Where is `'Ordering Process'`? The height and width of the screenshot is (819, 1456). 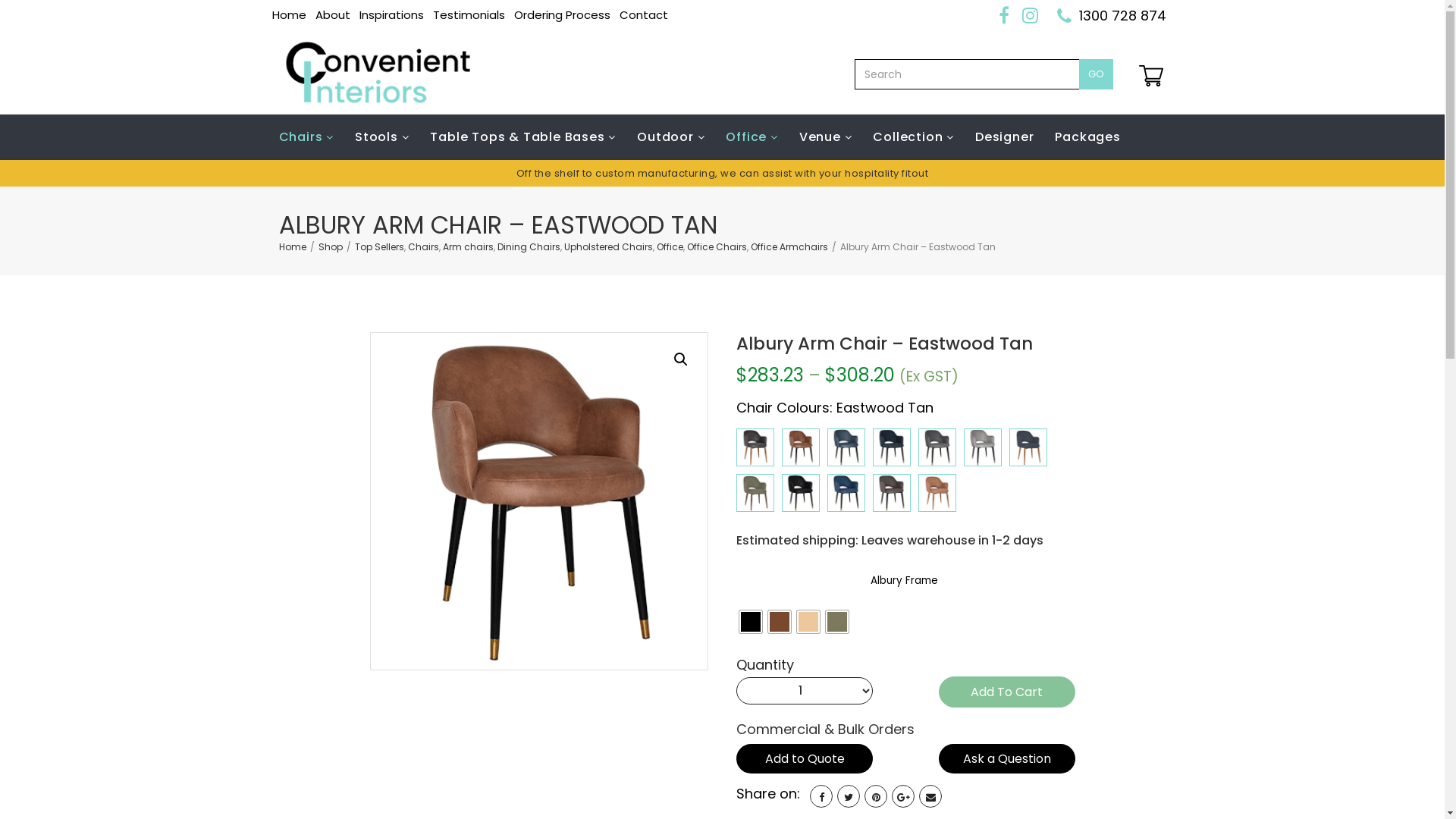
'Ordering Process' is located at coordinates (561, 14).